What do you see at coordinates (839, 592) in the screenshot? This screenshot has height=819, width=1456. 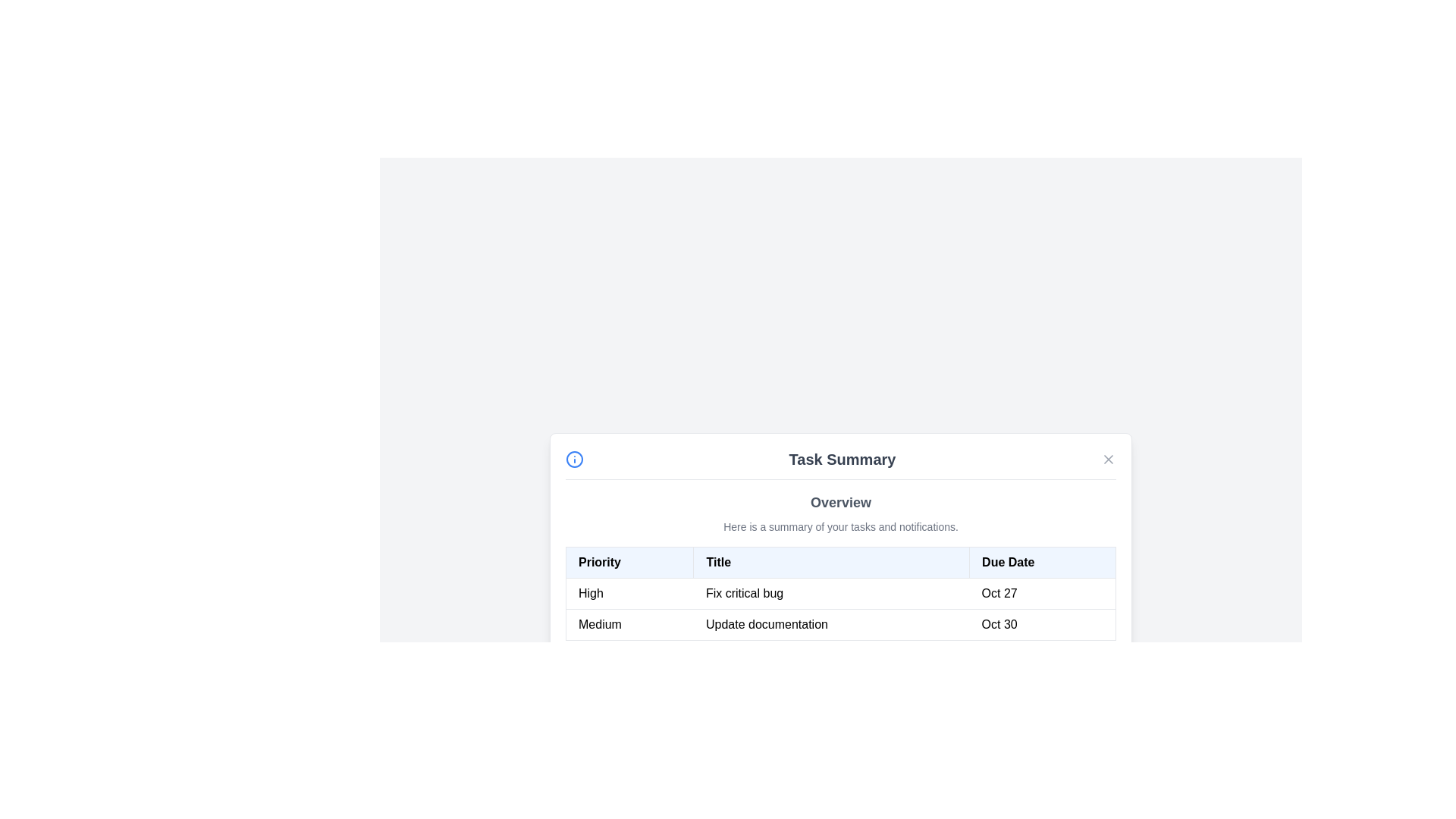 I see `the first row of the task list that displays priority as 'High', title as 'Fix critical bug', and due date as 'Oct 27'` at bounding box center [839, 592].